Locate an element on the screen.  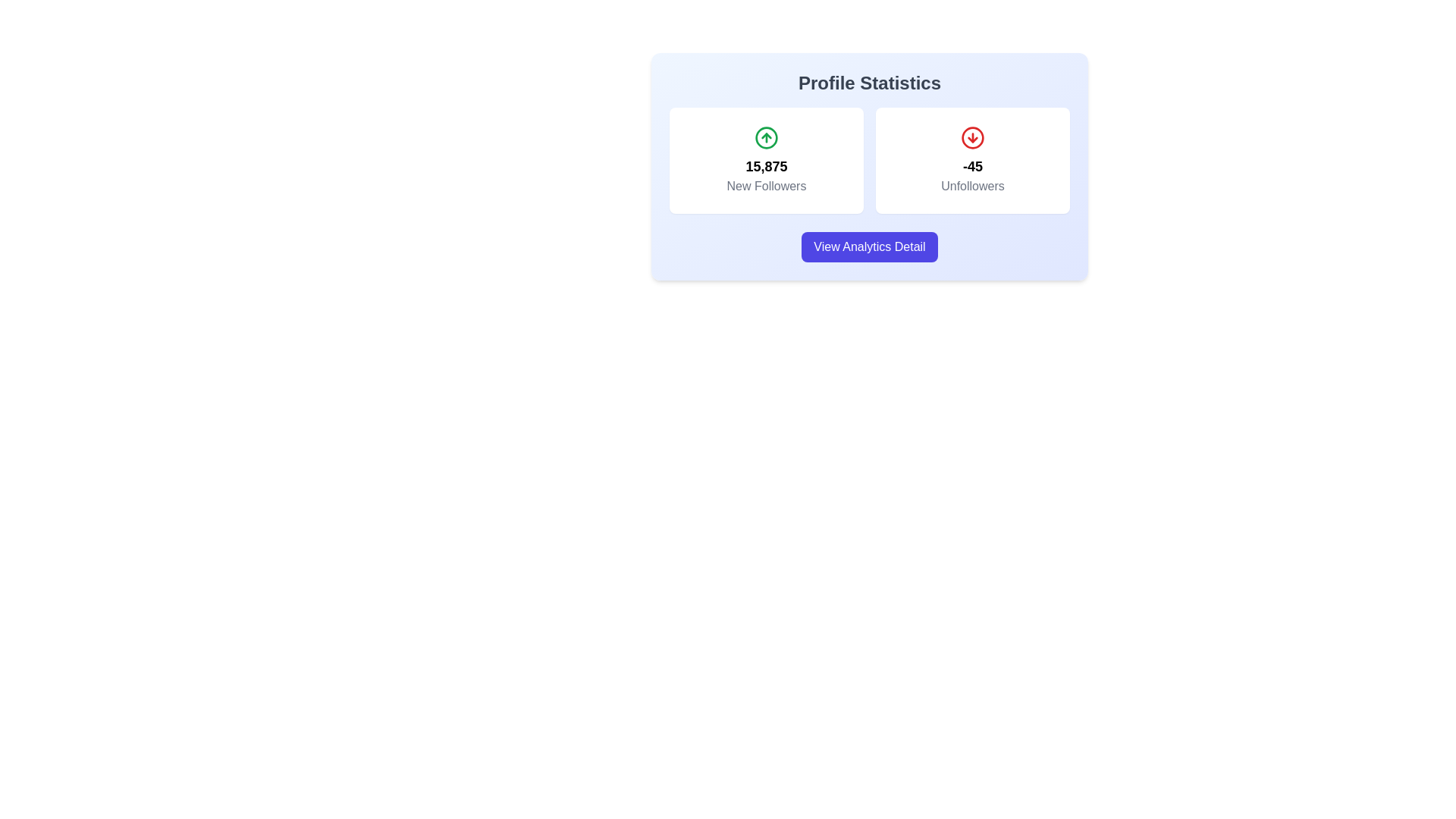
the left statistical summary card in the 'Profile Statistics' section, which contains a green upward arrow icon and the text '15,875 New Followers' is located at coordinates (767, 161).